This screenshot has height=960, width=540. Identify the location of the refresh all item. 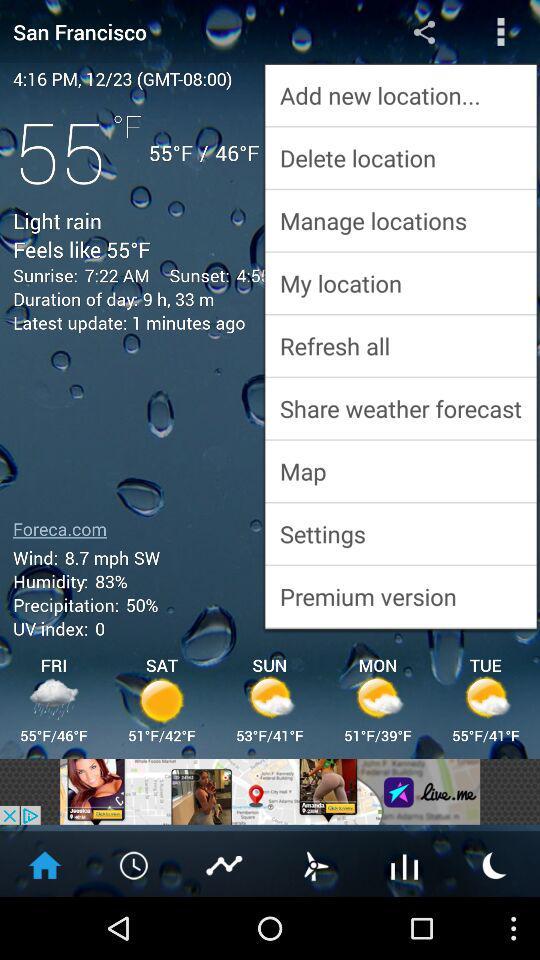
(400, 345).